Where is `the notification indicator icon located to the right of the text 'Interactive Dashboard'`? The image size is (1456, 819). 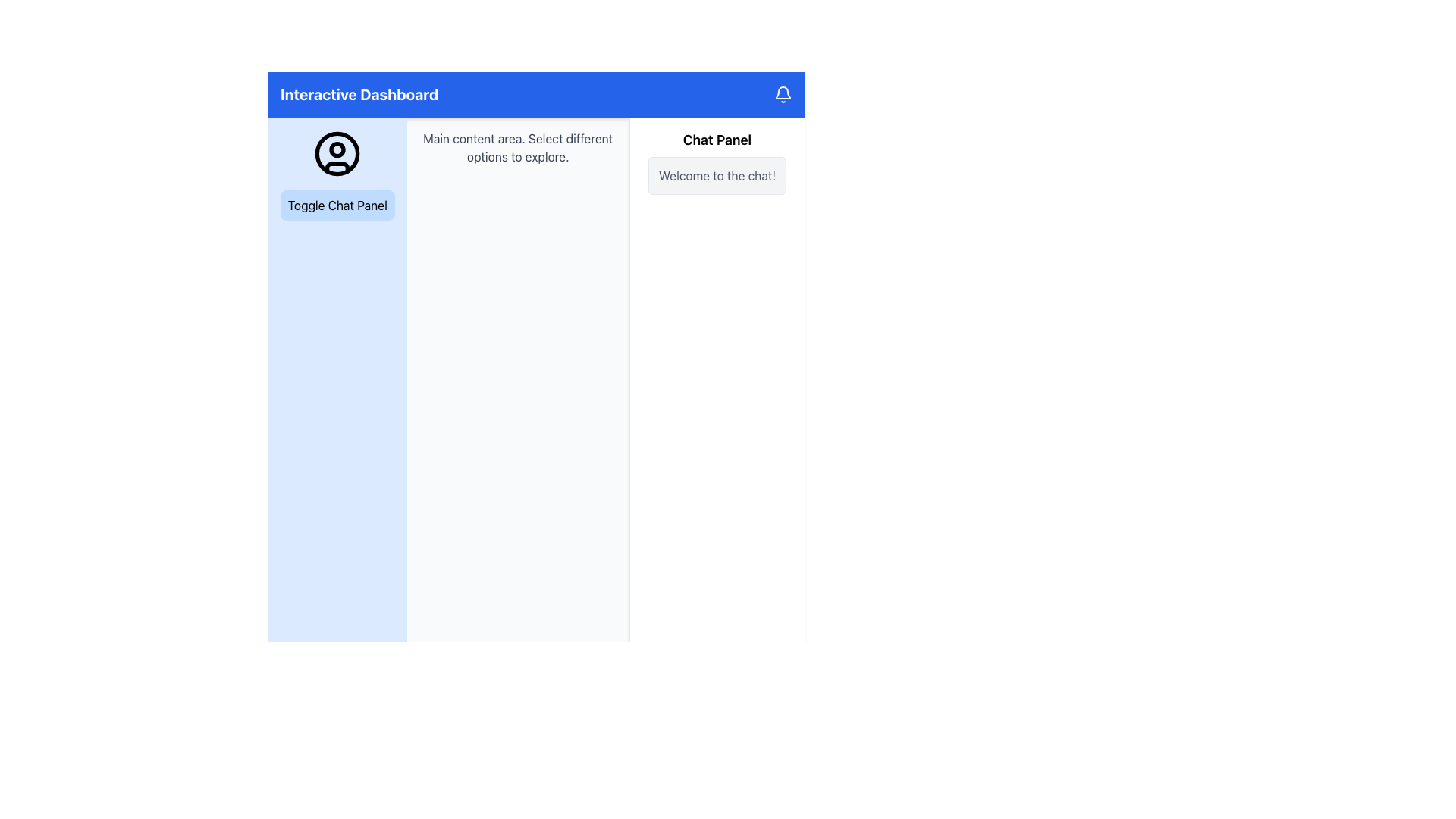
the notification indicator icon located to the right of the text 'Interactive Dashboard' is located at coordinates (783, 94).